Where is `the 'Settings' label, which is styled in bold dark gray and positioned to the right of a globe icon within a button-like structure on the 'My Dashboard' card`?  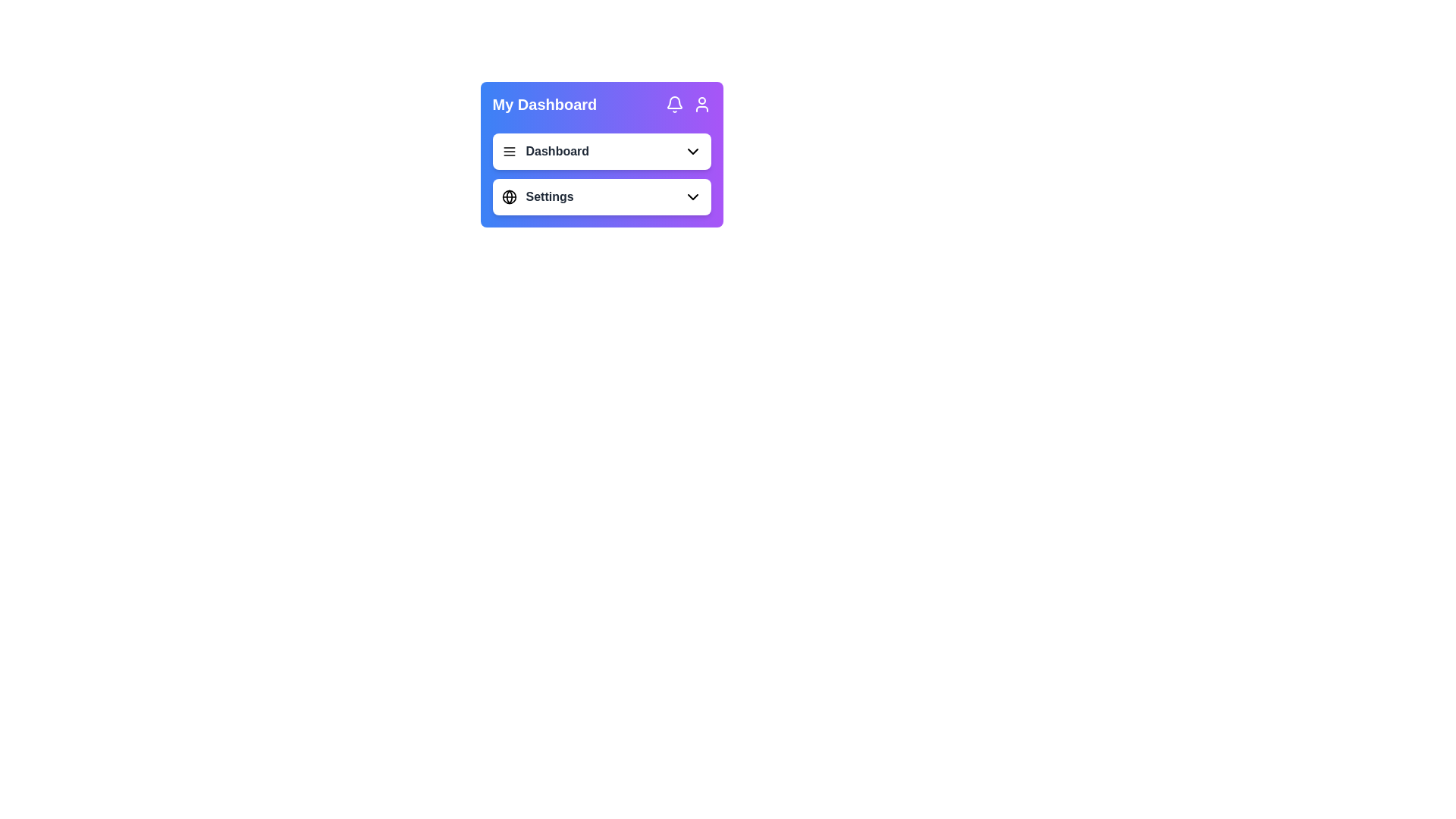 the 'Settings' label, which is styled in bold dark gray and positioned to the right of a globe icon within a button-like structure on the 'My Dashboard' card is located at coordinates (548, 196).